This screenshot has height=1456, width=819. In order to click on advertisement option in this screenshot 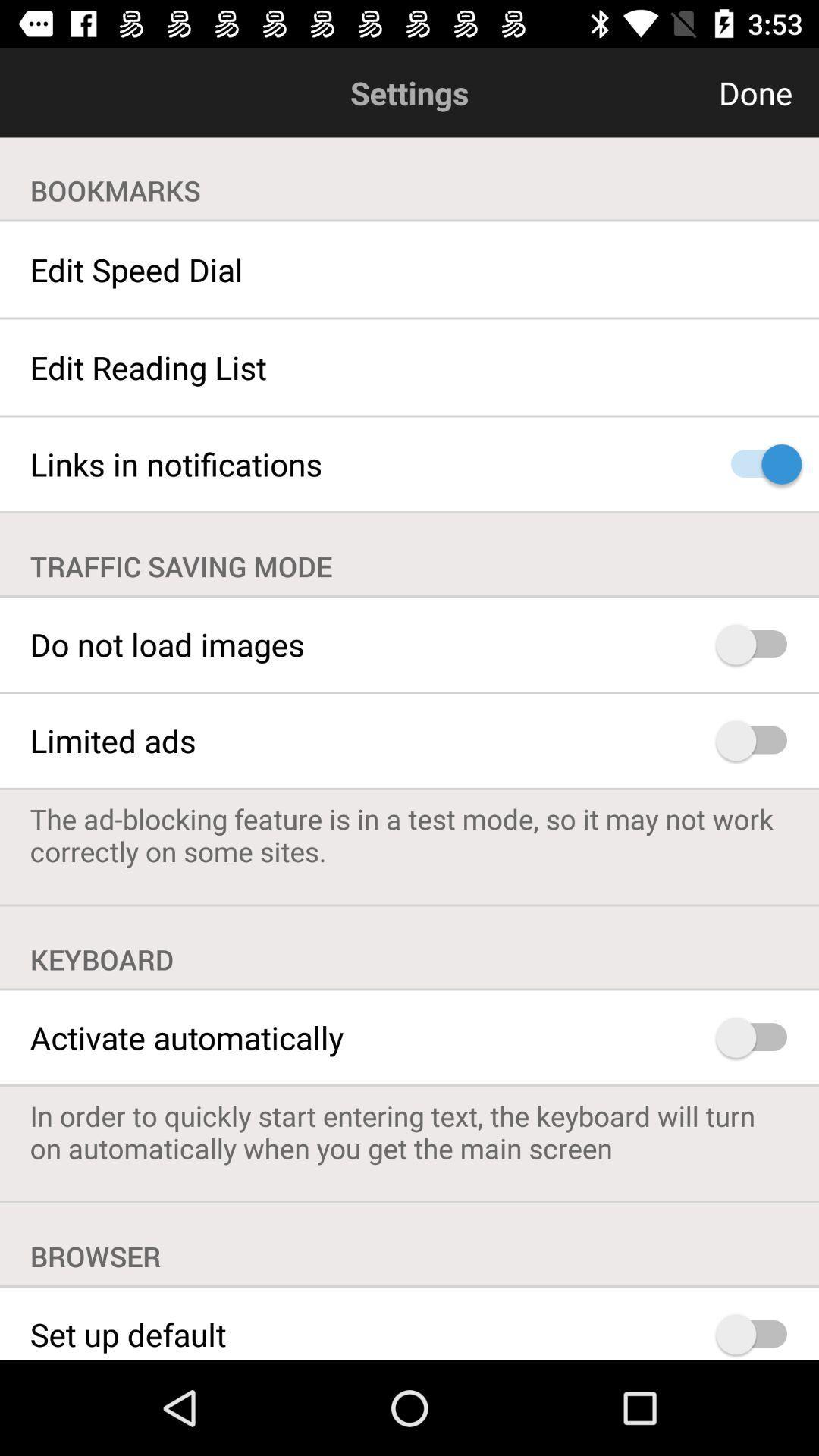, I will do `click(758, 740)`.